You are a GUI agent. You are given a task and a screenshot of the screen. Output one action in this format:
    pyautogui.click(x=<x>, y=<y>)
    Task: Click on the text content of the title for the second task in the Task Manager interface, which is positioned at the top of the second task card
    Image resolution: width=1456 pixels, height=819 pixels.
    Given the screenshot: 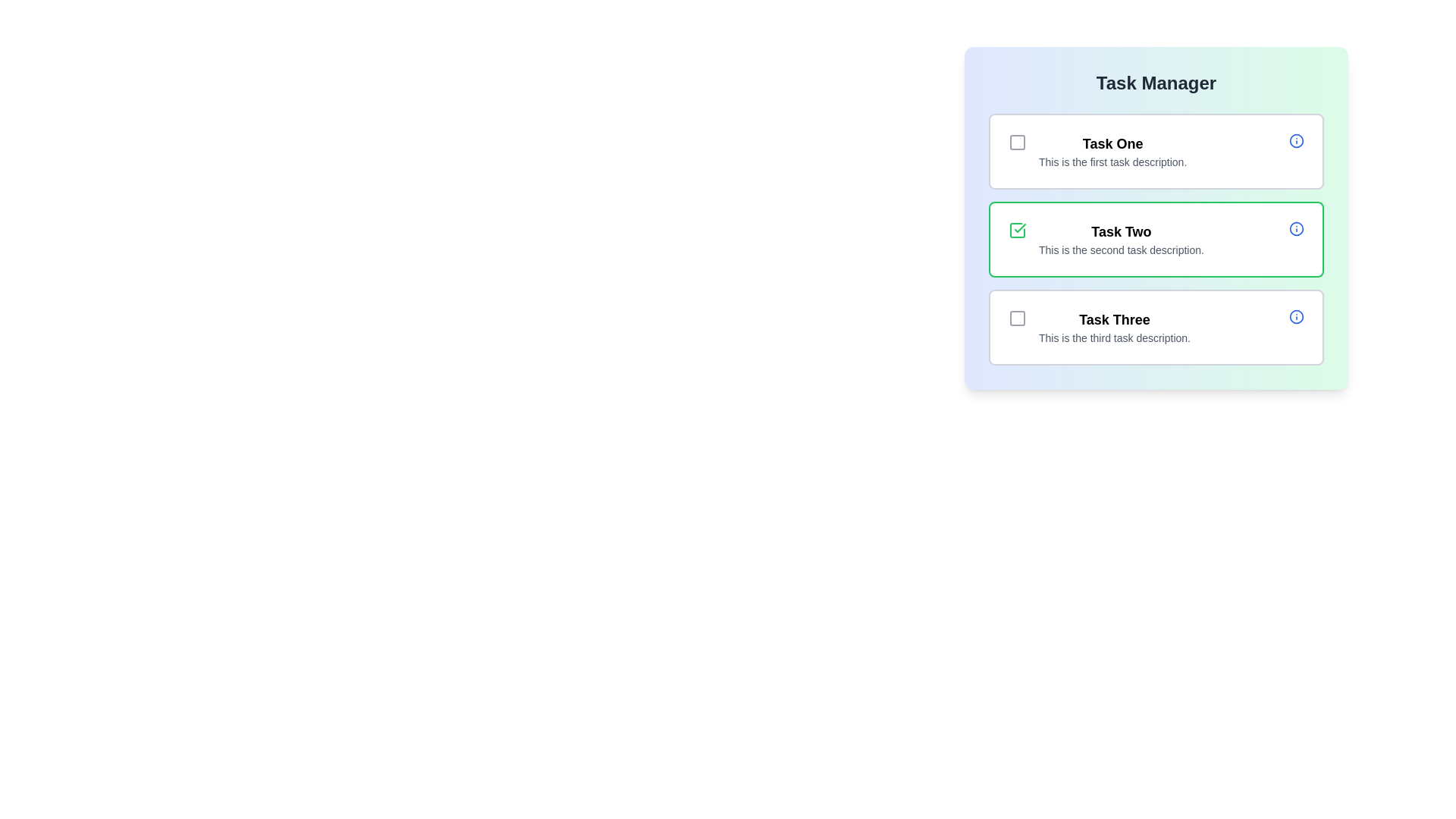 What is the action you would take?
    pyautogui.click(x=1121, y=231)
    